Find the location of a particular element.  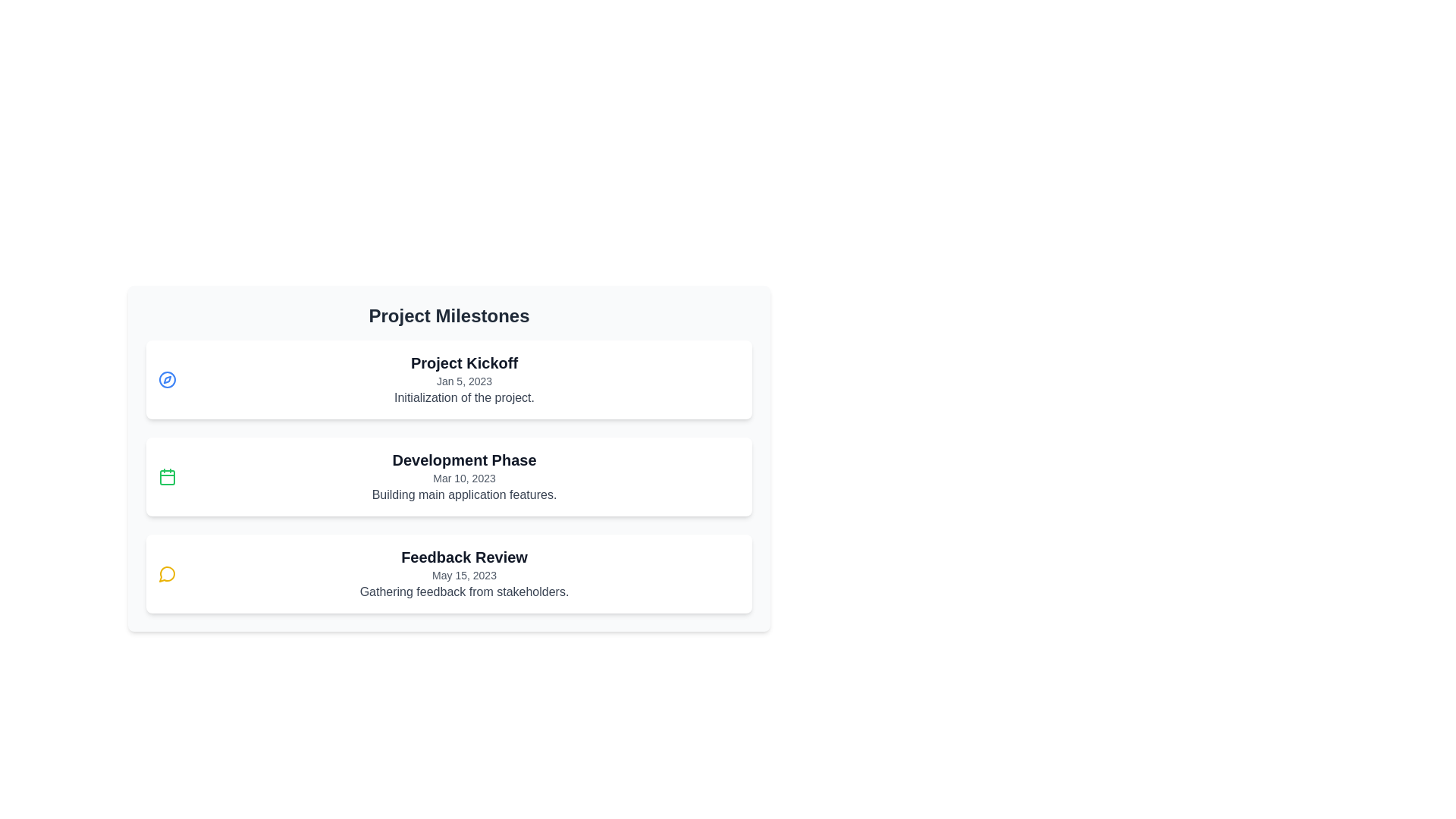

the label or header text for the milestone 'Development Phase', which is positioned centrally above the date and description elements is located at coordinates (463, 459).